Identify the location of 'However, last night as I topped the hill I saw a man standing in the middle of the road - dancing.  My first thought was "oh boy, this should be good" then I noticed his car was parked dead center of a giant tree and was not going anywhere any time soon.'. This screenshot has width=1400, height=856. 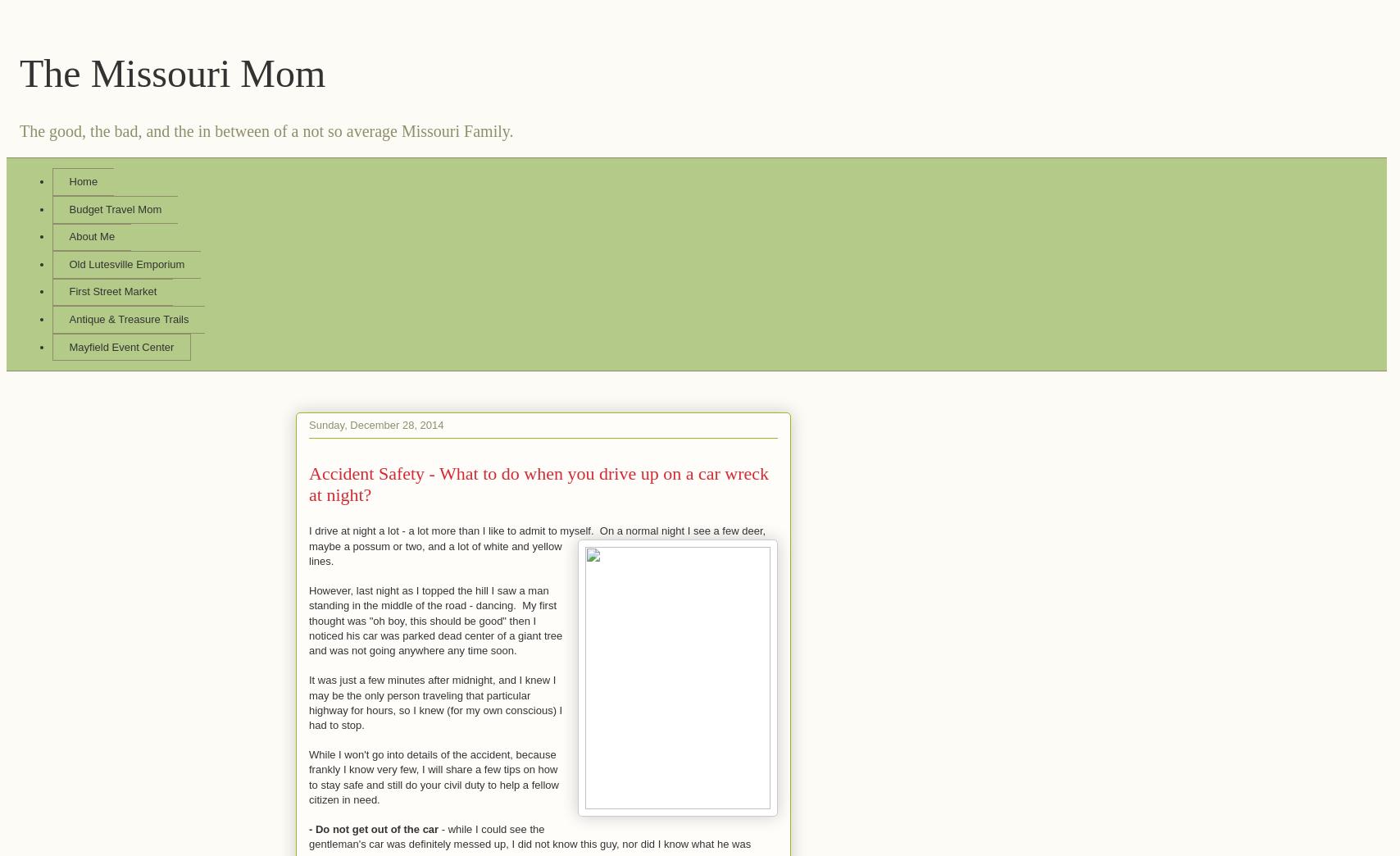
(435, 620).